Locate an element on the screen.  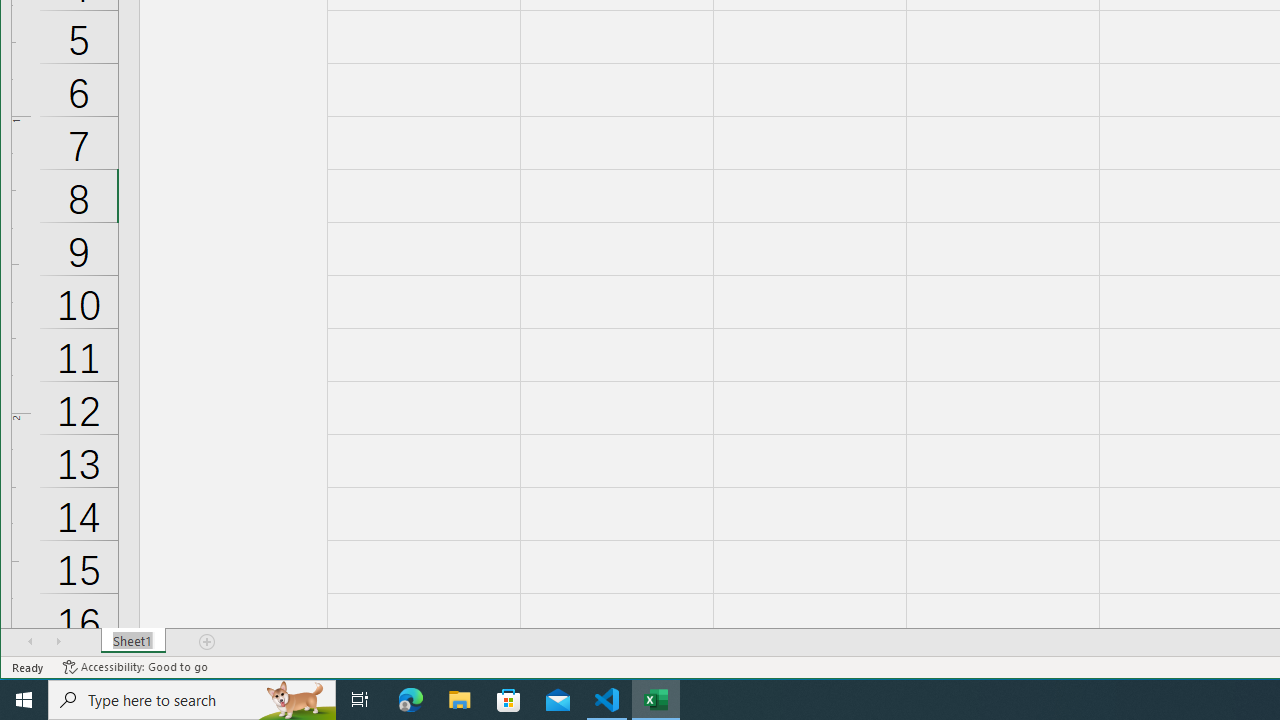
'Scroll Right' is located at coordinates (58, 641).